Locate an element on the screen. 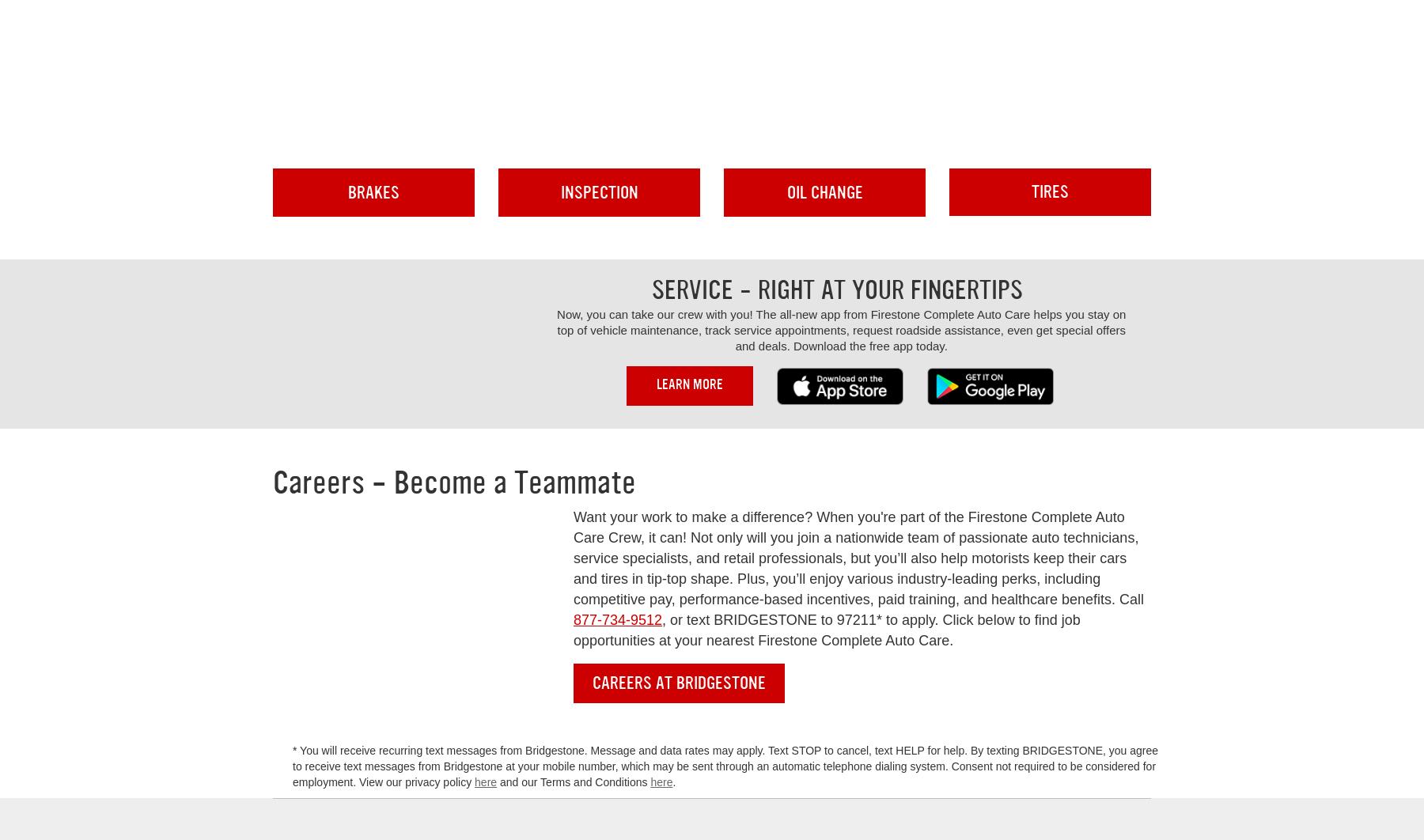  'TIRES' is located at coordinates (1050, 191).